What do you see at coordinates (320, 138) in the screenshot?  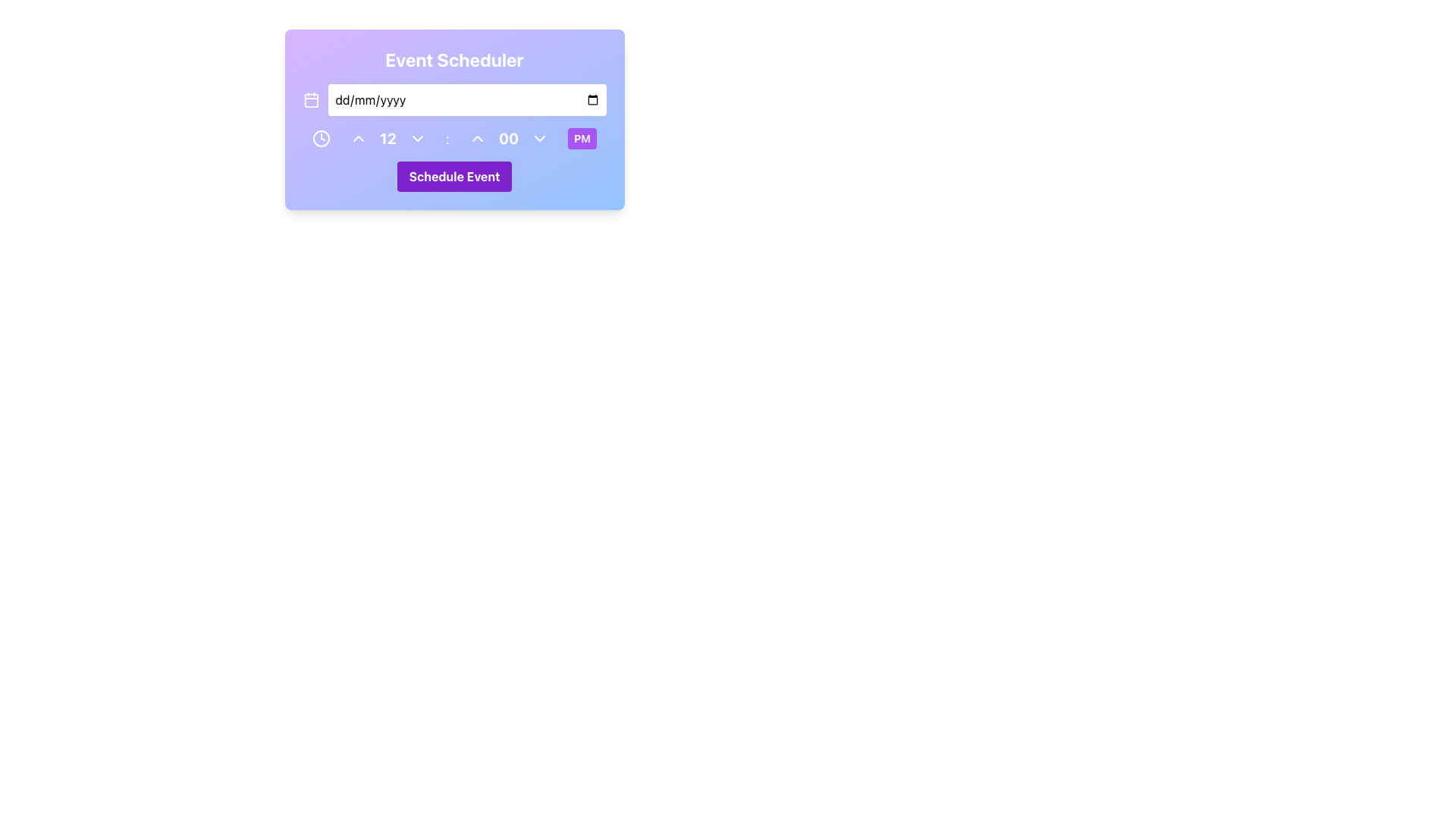 I see `the larger circular part of the clock icon in the Event Scheduler section, which has no fill and a stroke outline` at bounding box center [320, 138].